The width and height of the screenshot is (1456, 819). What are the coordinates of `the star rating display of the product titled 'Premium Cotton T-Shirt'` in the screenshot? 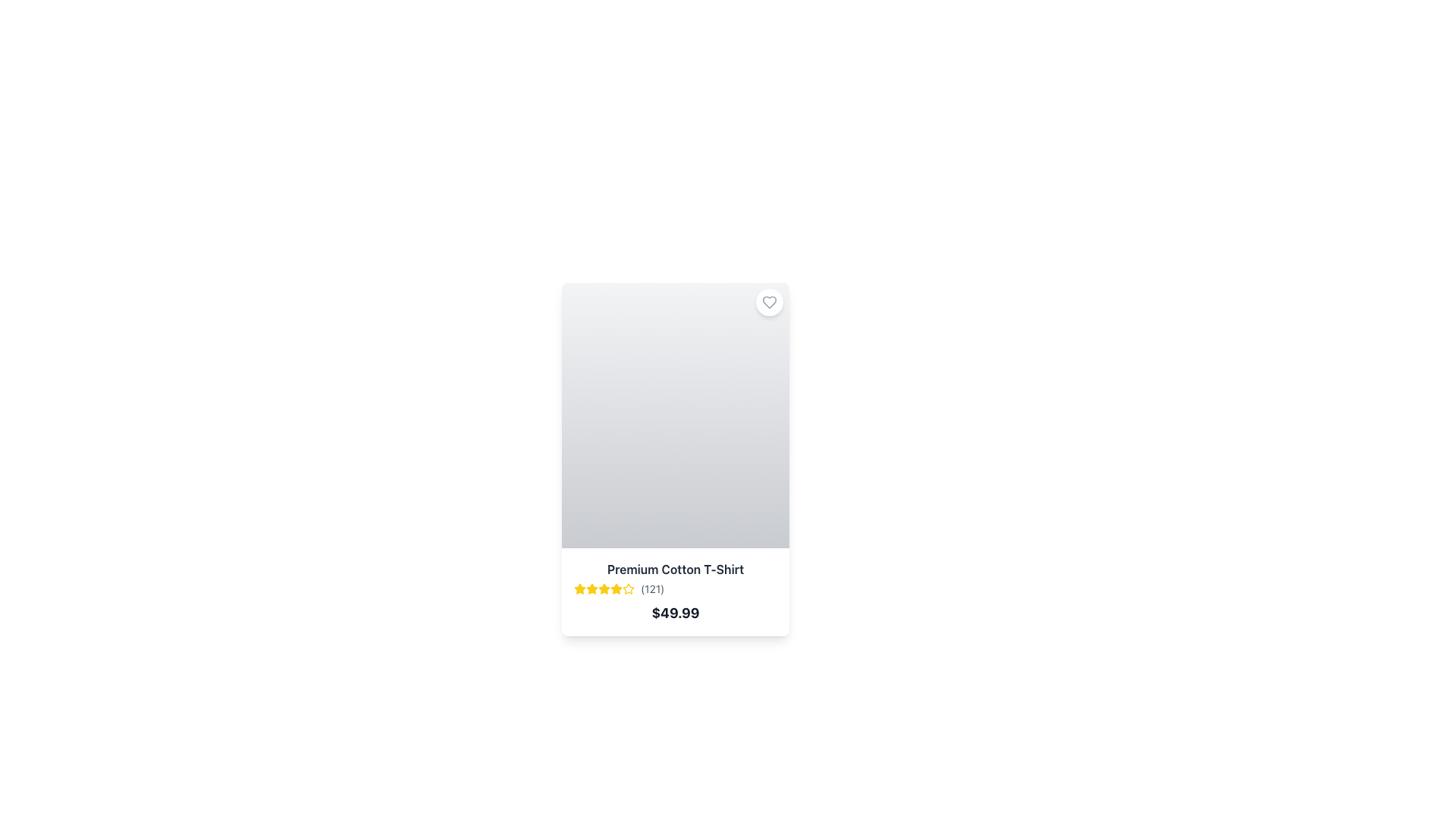 It's located at (675, 591).